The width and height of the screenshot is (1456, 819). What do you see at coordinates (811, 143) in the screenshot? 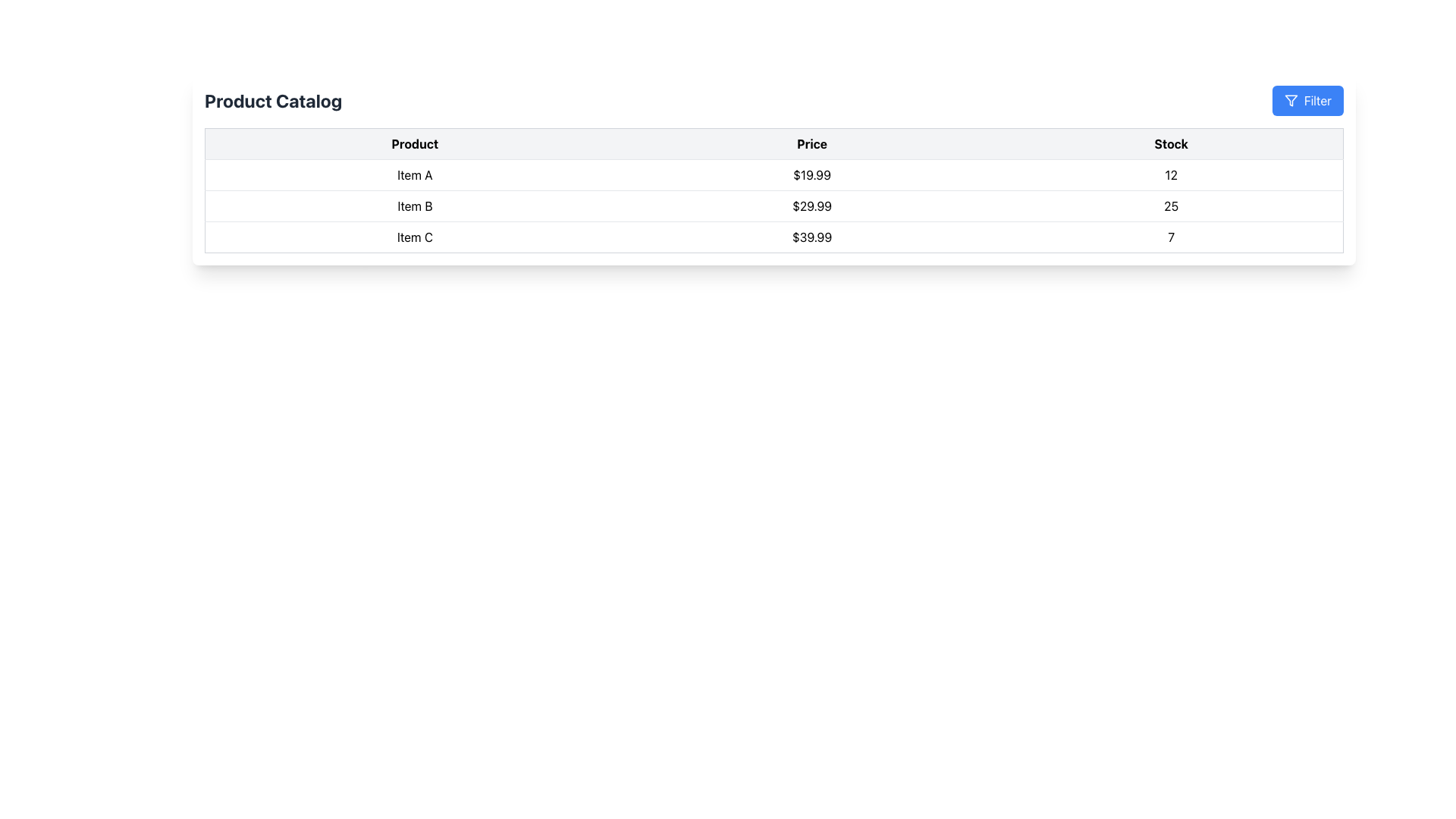
I see `the 'Price' static text label in the table header, which is styled with a black bold font and is located between the 'Product' and 'Stock' columns` at bounding box center [811, 143].